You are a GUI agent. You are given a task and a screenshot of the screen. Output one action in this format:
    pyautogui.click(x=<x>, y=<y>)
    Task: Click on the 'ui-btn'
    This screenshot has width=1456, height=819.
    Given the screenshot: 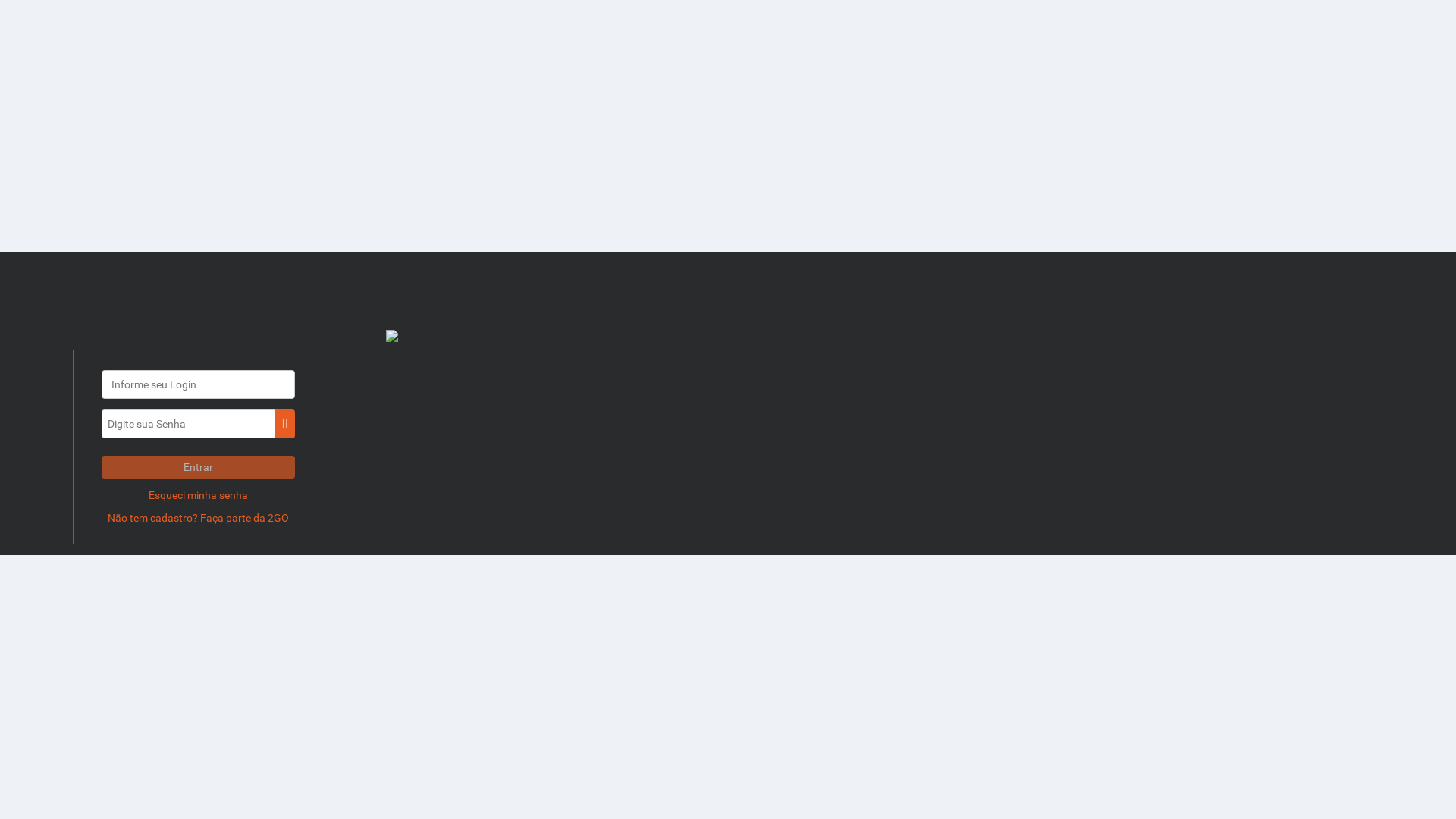 What is the action you would take?
    pyautogui.click(x=284, y=424)
    